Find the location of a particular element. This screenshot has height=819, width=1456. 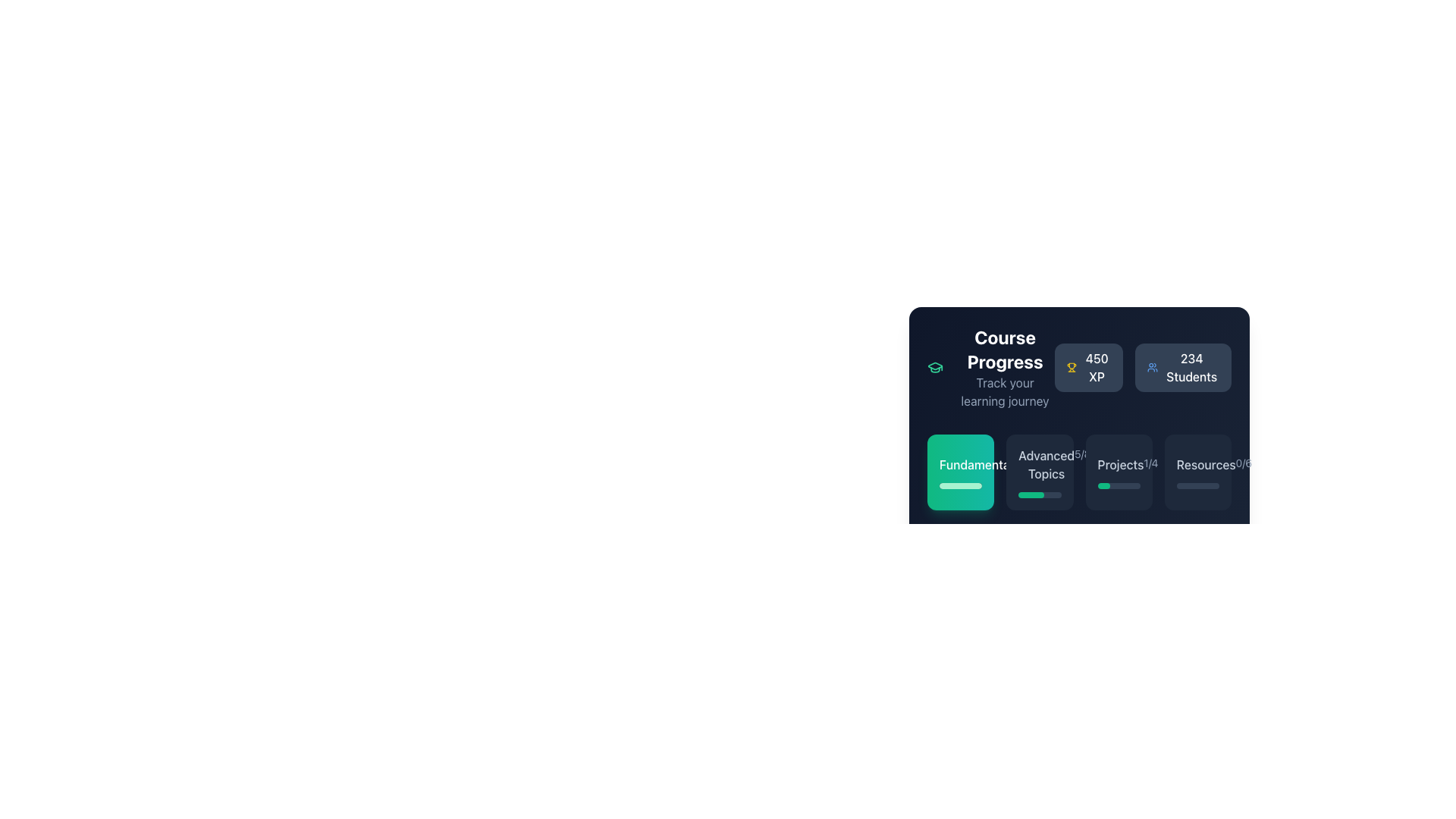

the text label indicating a perfect score of 5 out of 5, located to the immediate right of 'Fundamentals' in the 'Course Progress' section is located at coordinates (1027, 462).